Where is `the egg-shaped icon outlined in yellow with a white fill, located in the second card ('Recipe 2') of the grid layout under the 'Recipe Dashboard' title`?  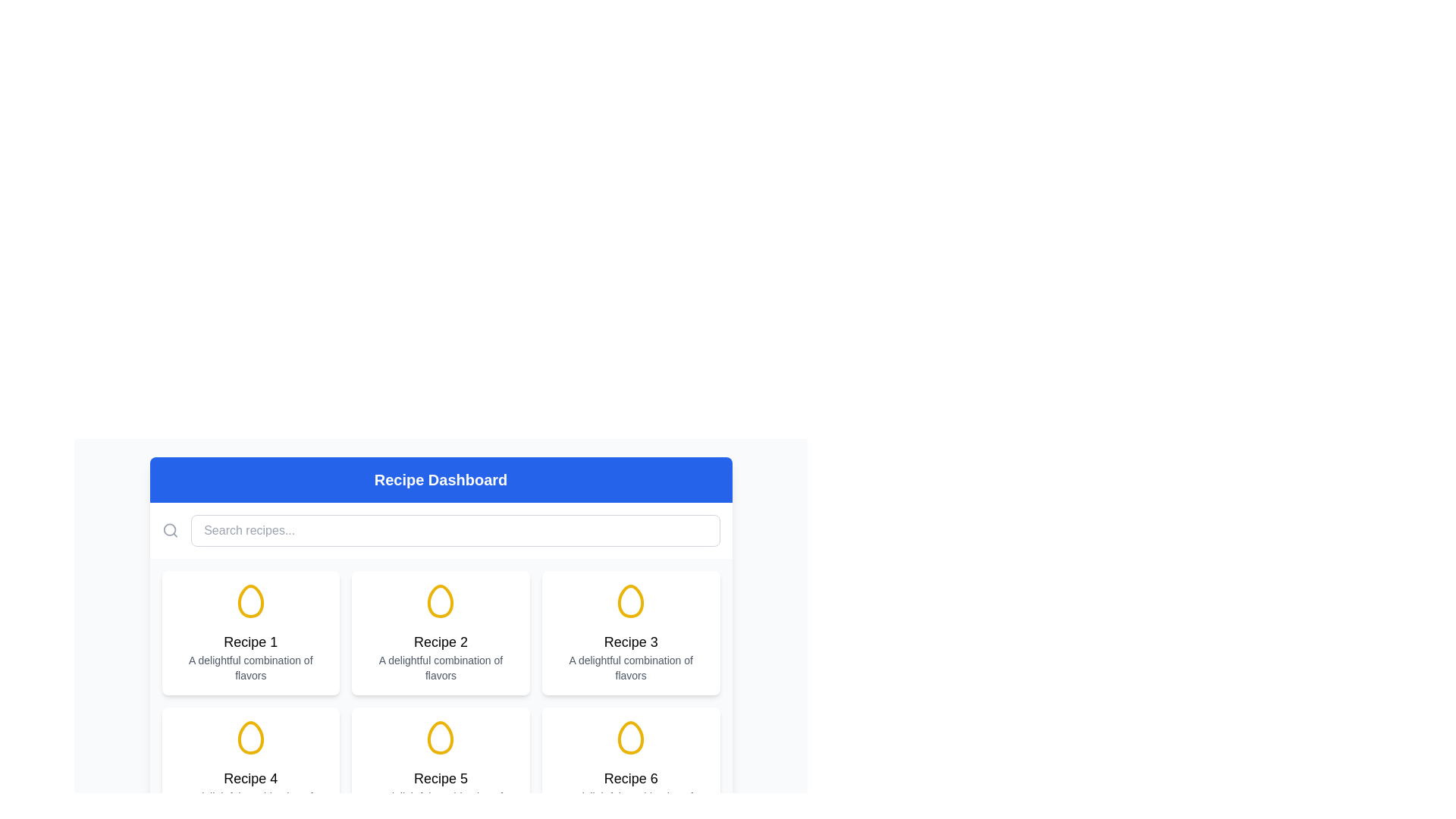 the egg-shaped icon outlined in yellow with a white fill, located in the second card ('Recipe 2') of the grid layout under the 'Recipe Dashboard' title is located at coordinates (440, 601).